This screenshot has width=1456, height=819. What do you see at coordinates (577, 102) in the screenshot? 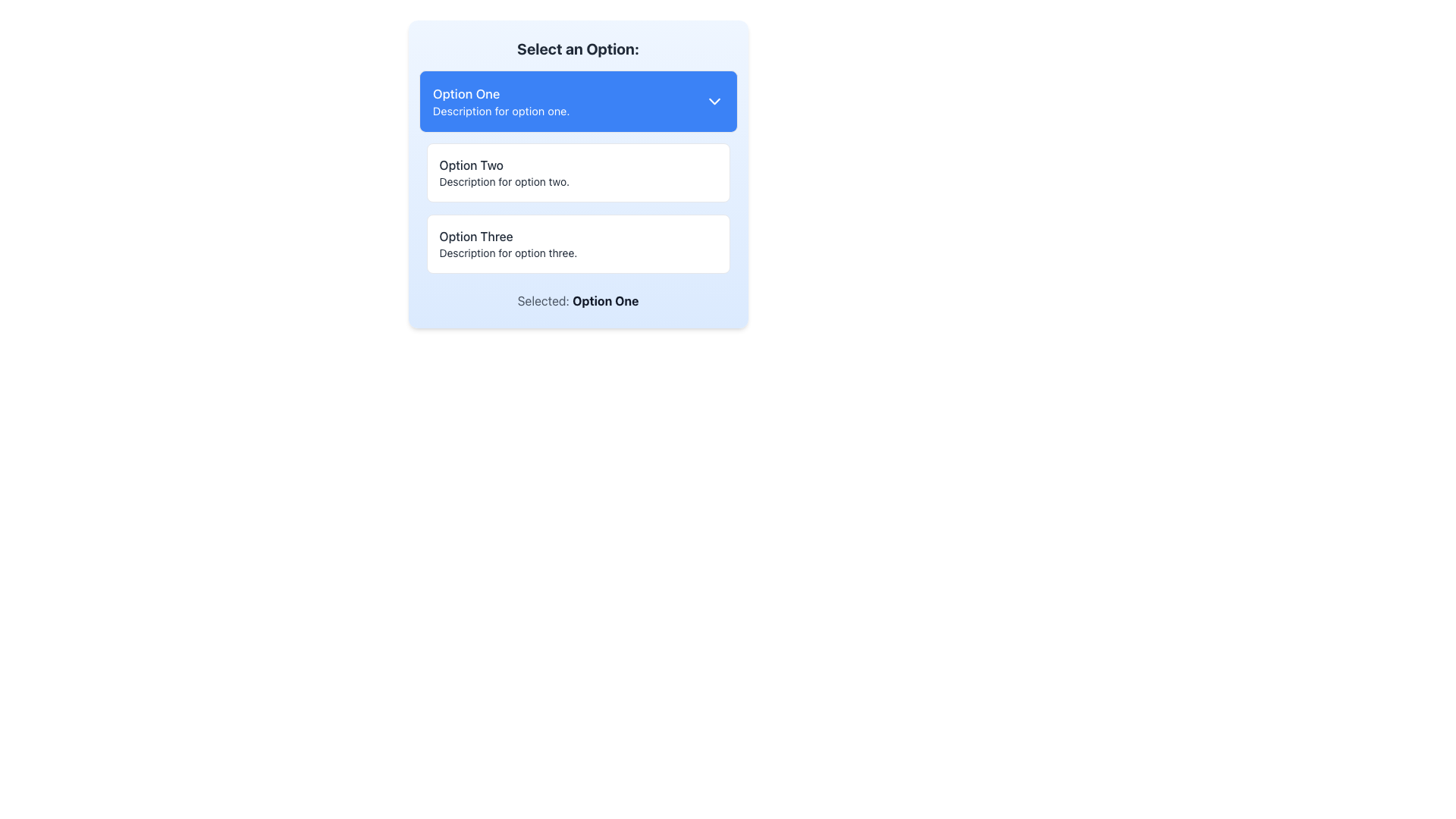
I see `the blue button labeled 'Option One' with a downward arrow` at bounding box center [577, 102].